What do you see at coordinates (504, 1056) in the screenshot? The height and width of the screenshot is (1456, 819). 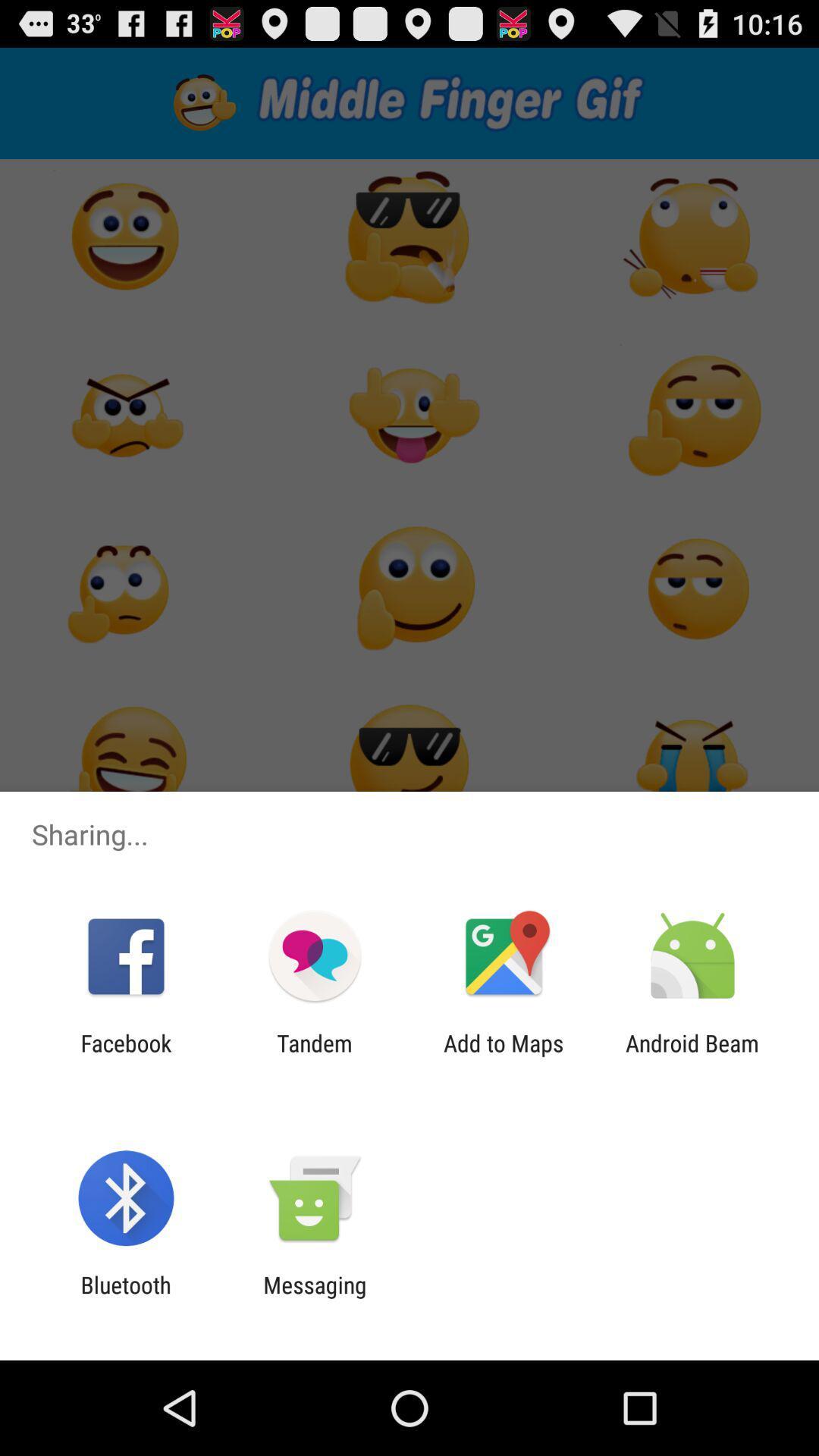 I see `item next to the tandem icon` at bounding box center [504, 1056].